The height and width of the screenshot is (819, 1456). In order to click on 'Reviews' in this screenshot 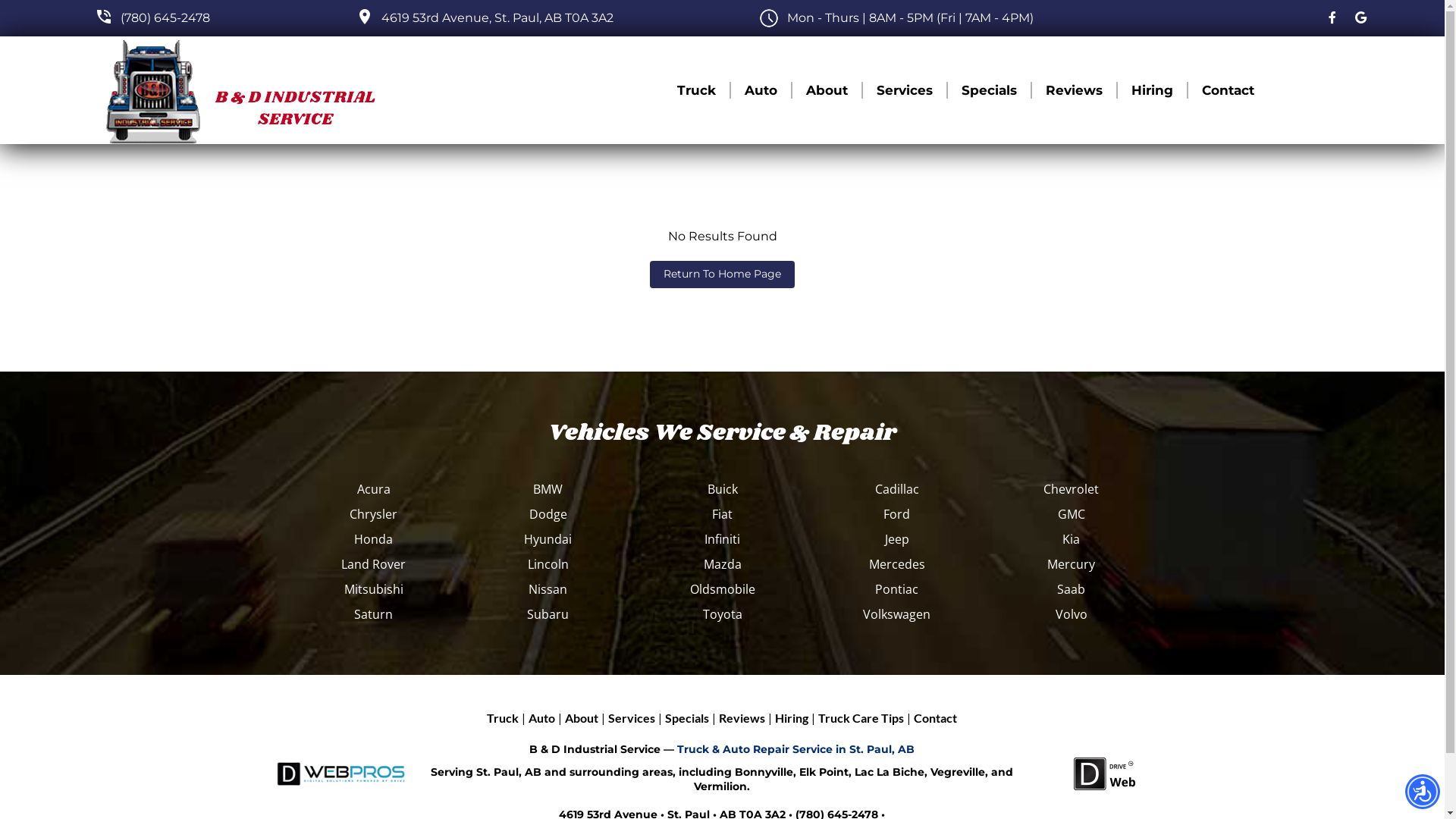, I will do `click(1073, 90)`.